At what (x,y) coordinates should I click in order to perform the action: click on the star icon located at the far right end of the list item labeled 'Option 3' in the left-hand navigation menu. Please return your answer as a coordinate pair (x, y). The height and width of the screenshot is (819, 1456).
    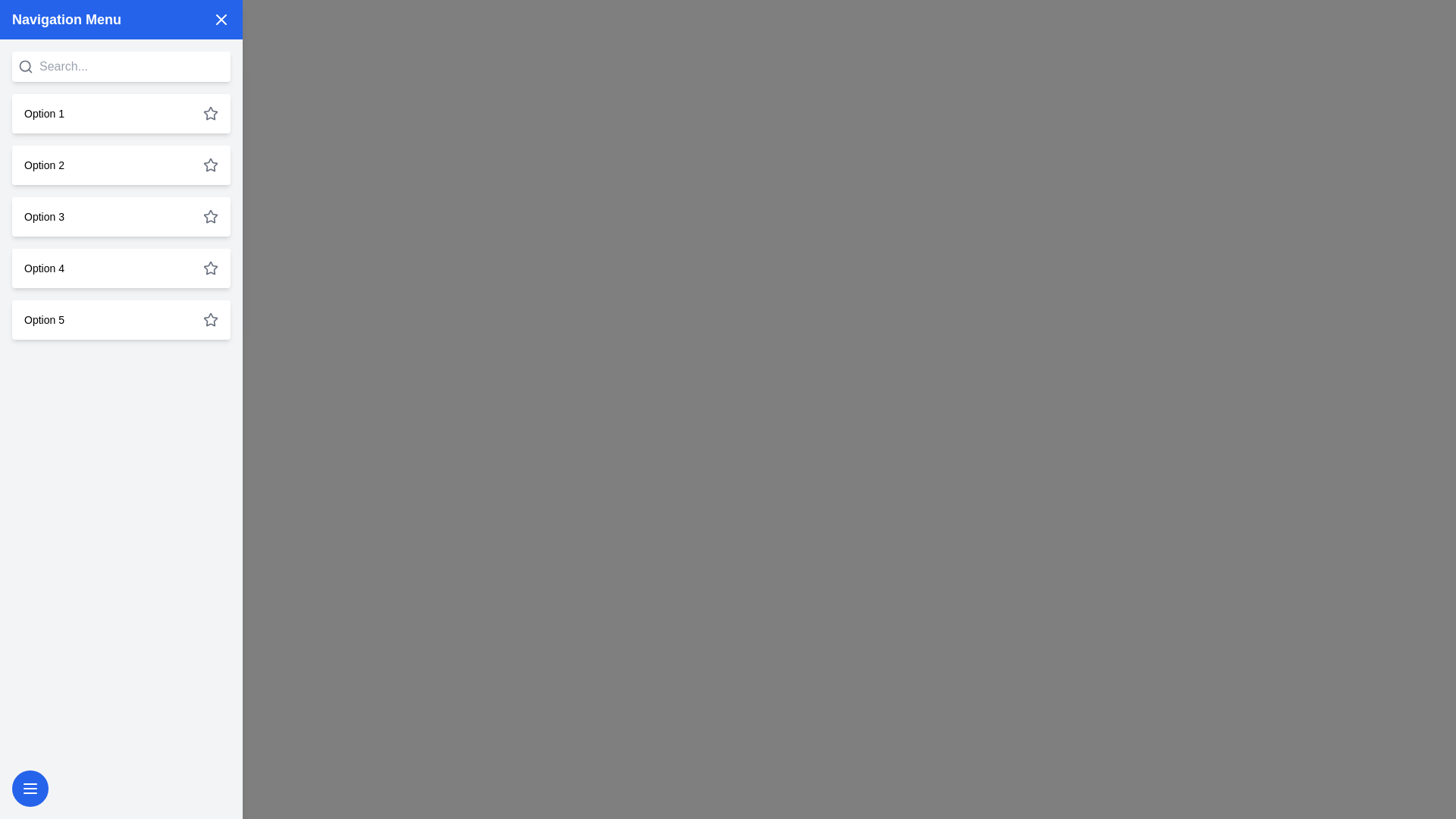
    Looking at the image, I should click on (210, 216).